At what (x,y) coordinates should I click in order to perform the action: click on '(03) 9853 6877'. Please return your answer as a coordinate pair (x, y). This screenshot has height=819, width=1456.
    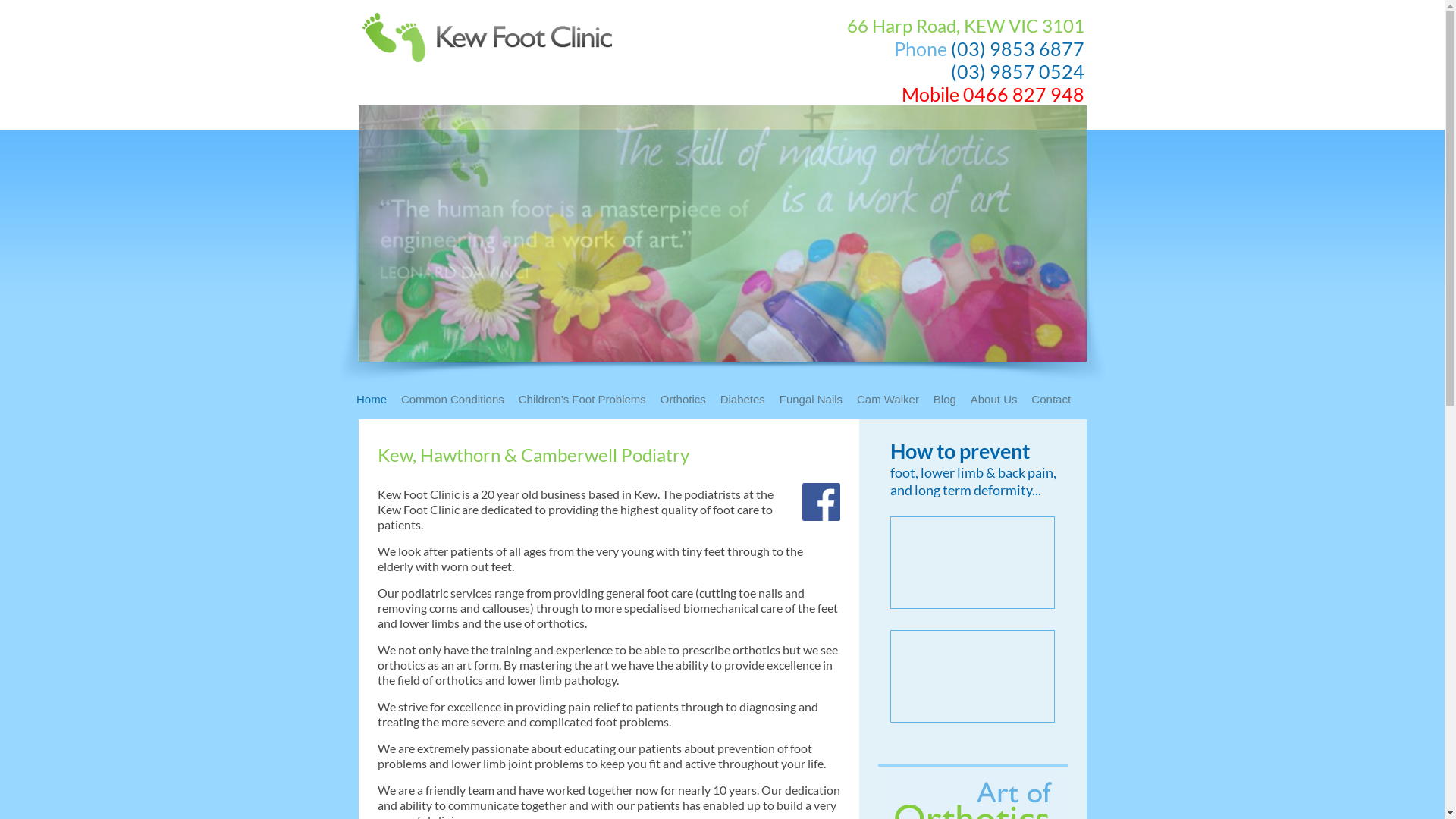
    Looking at the image, I should click on (1018, 48).